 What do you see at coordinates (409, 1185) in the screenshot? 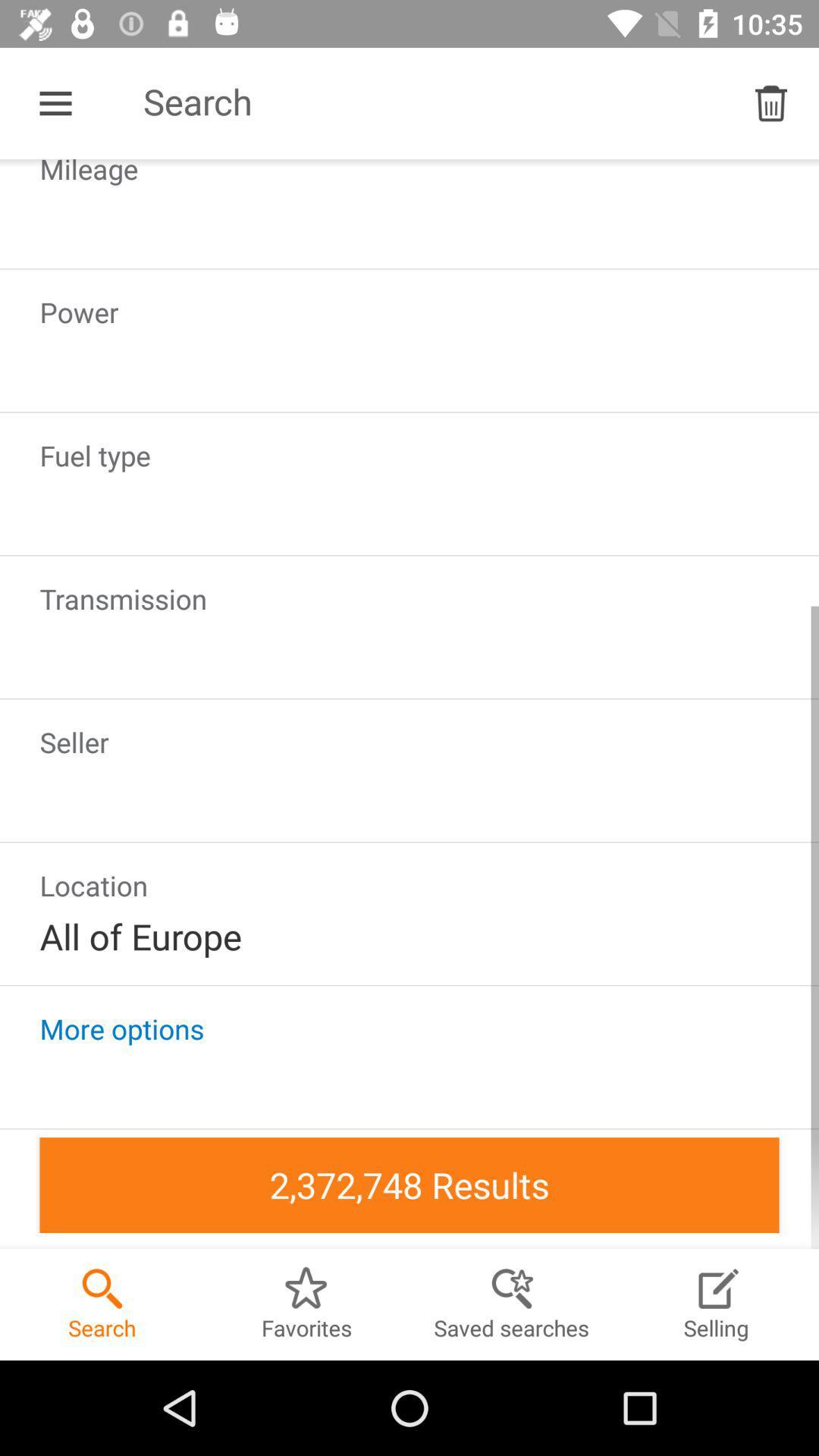
I see `2372748 results in the bottom of the screen` at bounding box center [409, 1185].